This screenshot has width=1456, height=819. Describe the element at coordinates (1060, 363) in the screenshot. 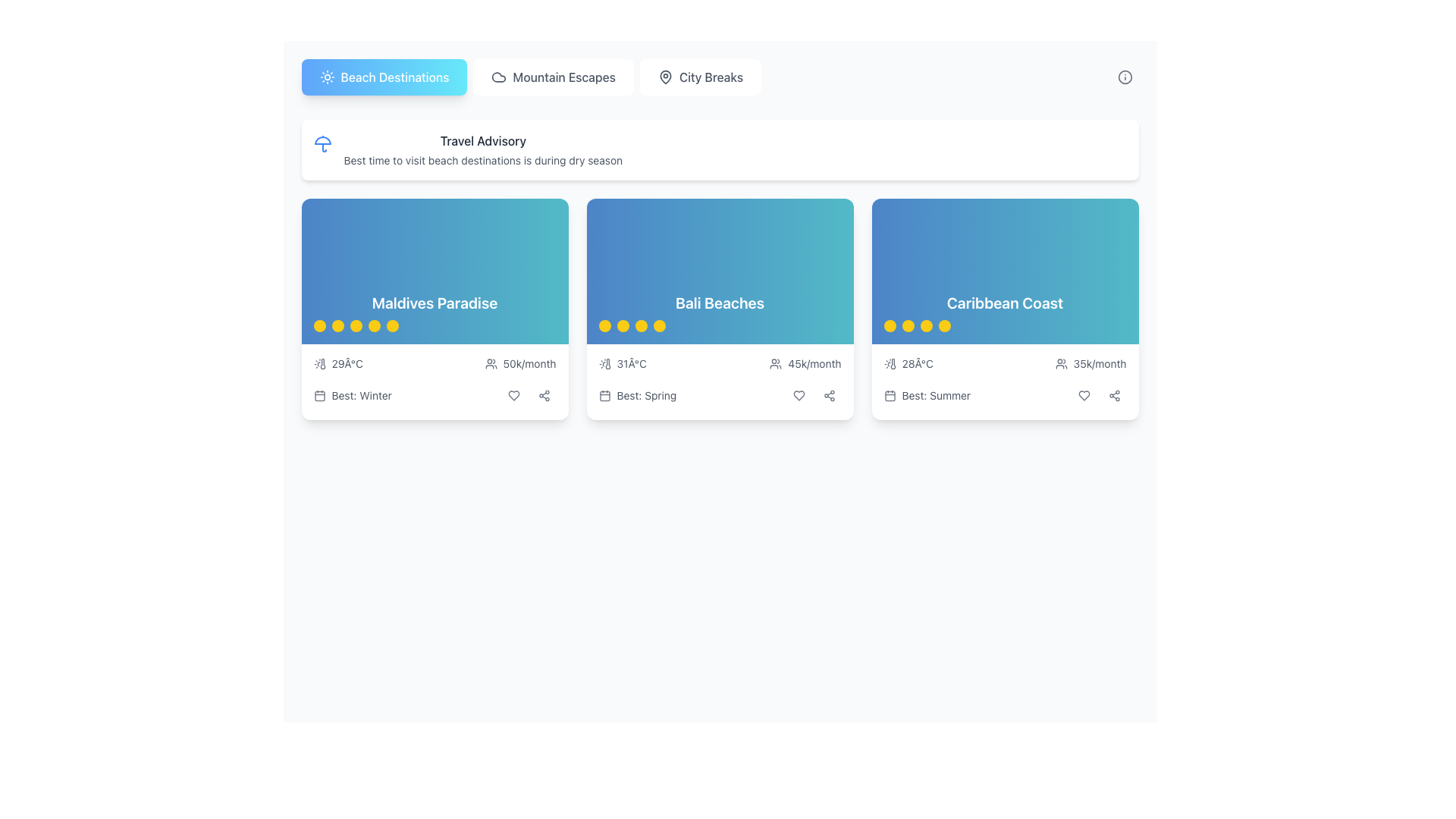

I see `the minimalistic group of users icon located within the 'Caribbean Coast' card, positioned to the left of the '35k/month' text` at that location.